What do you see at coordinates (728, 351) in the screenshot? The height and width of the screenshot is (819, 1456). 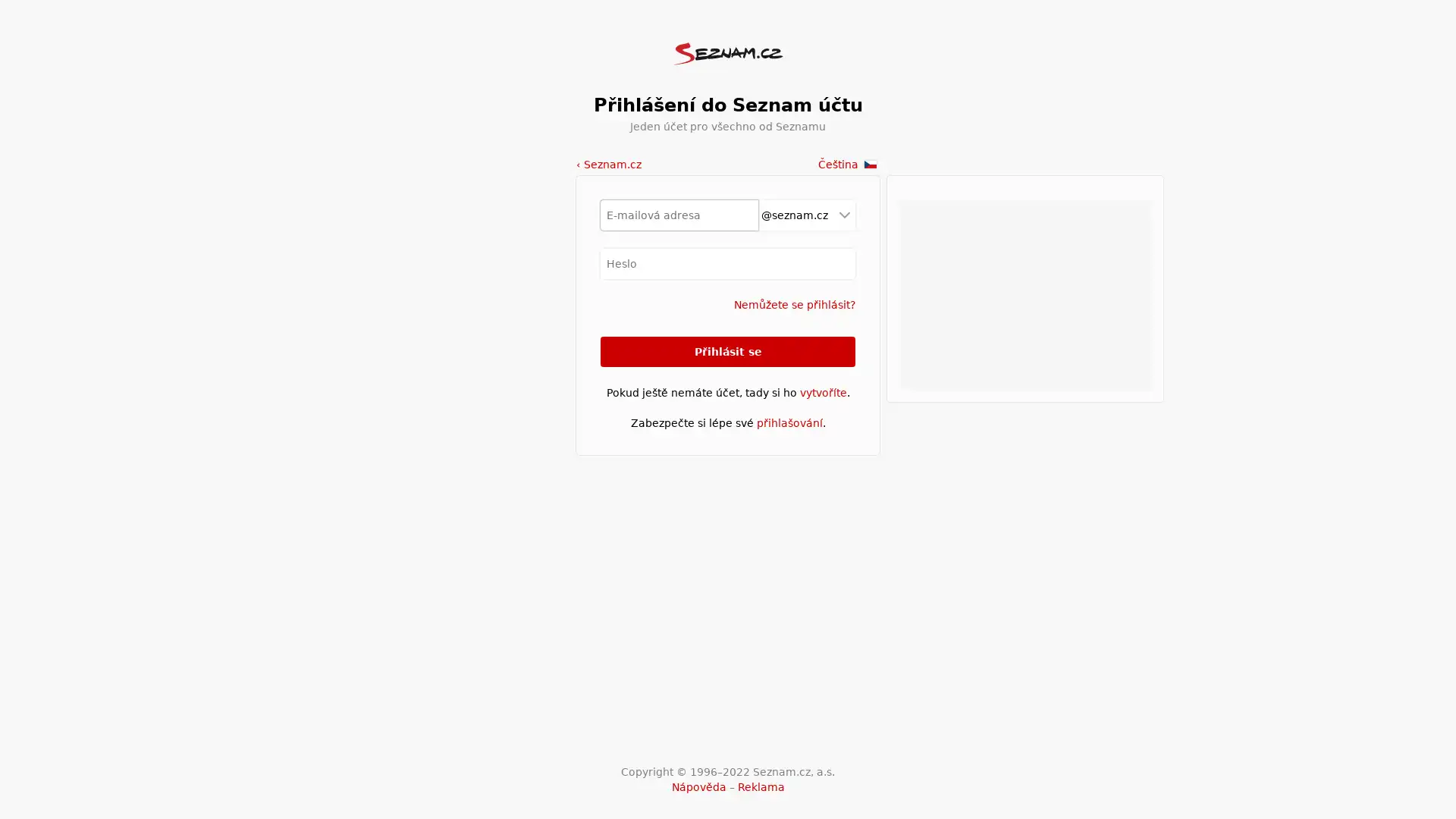 I see `Prihlasit se` at bounding box center [728, 351].